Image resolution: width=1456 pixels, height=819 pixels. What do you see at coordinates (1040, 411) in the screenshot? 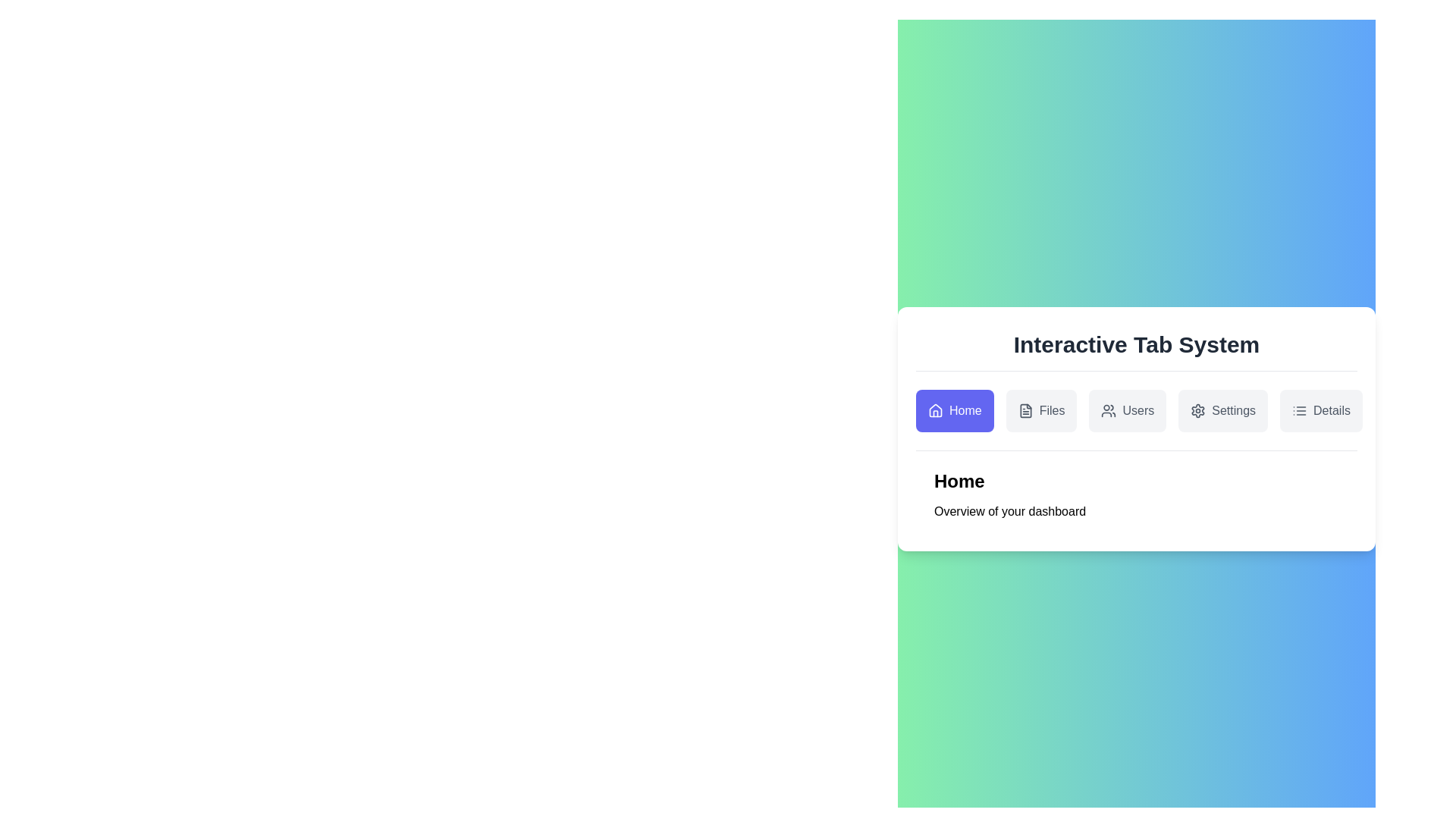
I see `the 'Files' navigation tab button, which is positioned as the second tab in the horizontal navigation bar, between the 'Home' and 'Users' buttons` at bounding box center [1040, 411].